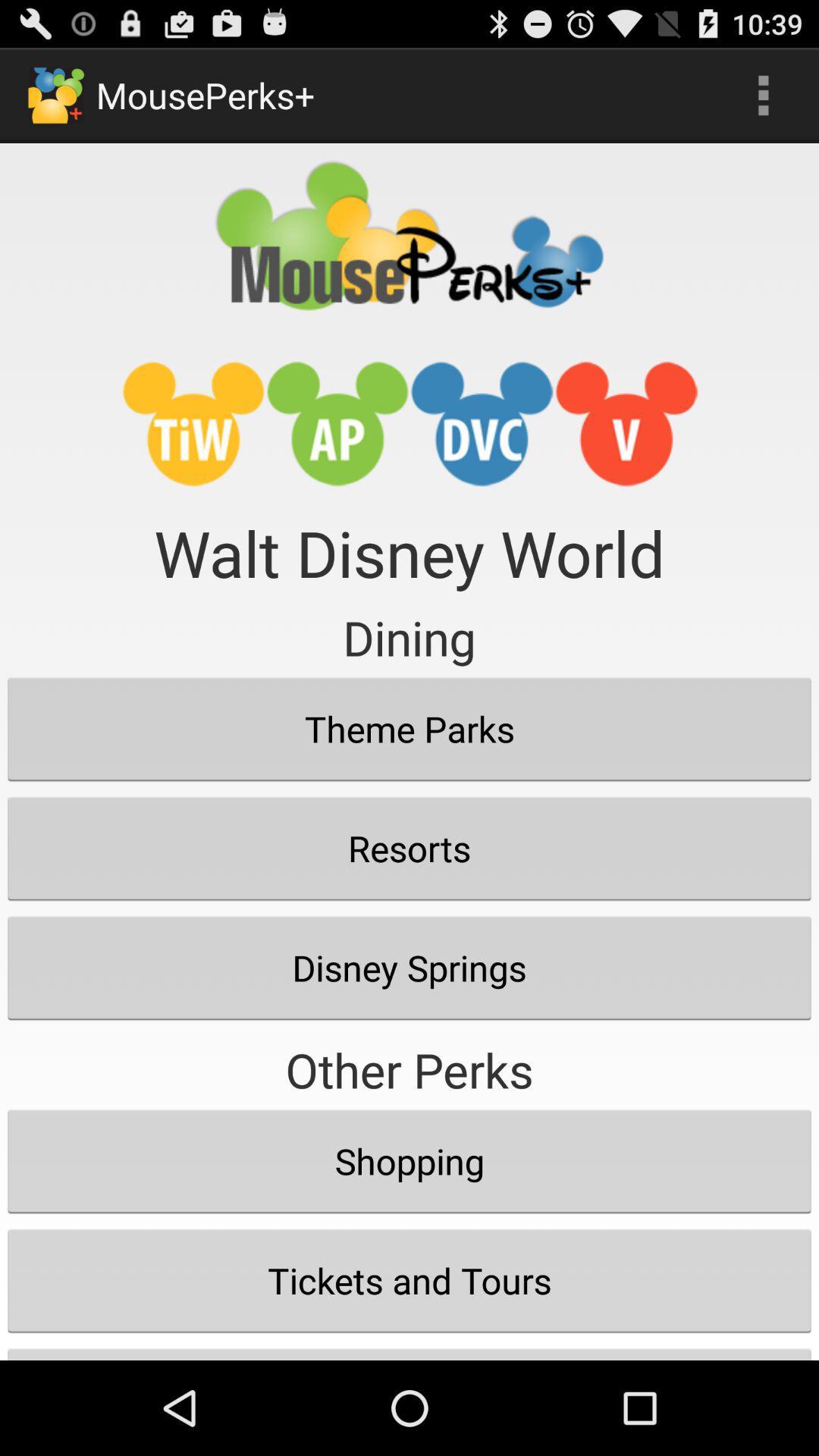  What do you see at coordinates (409, 1350) in the screenshot?
I see `the recreation and relaxation` at bounding box center [409, 1350].